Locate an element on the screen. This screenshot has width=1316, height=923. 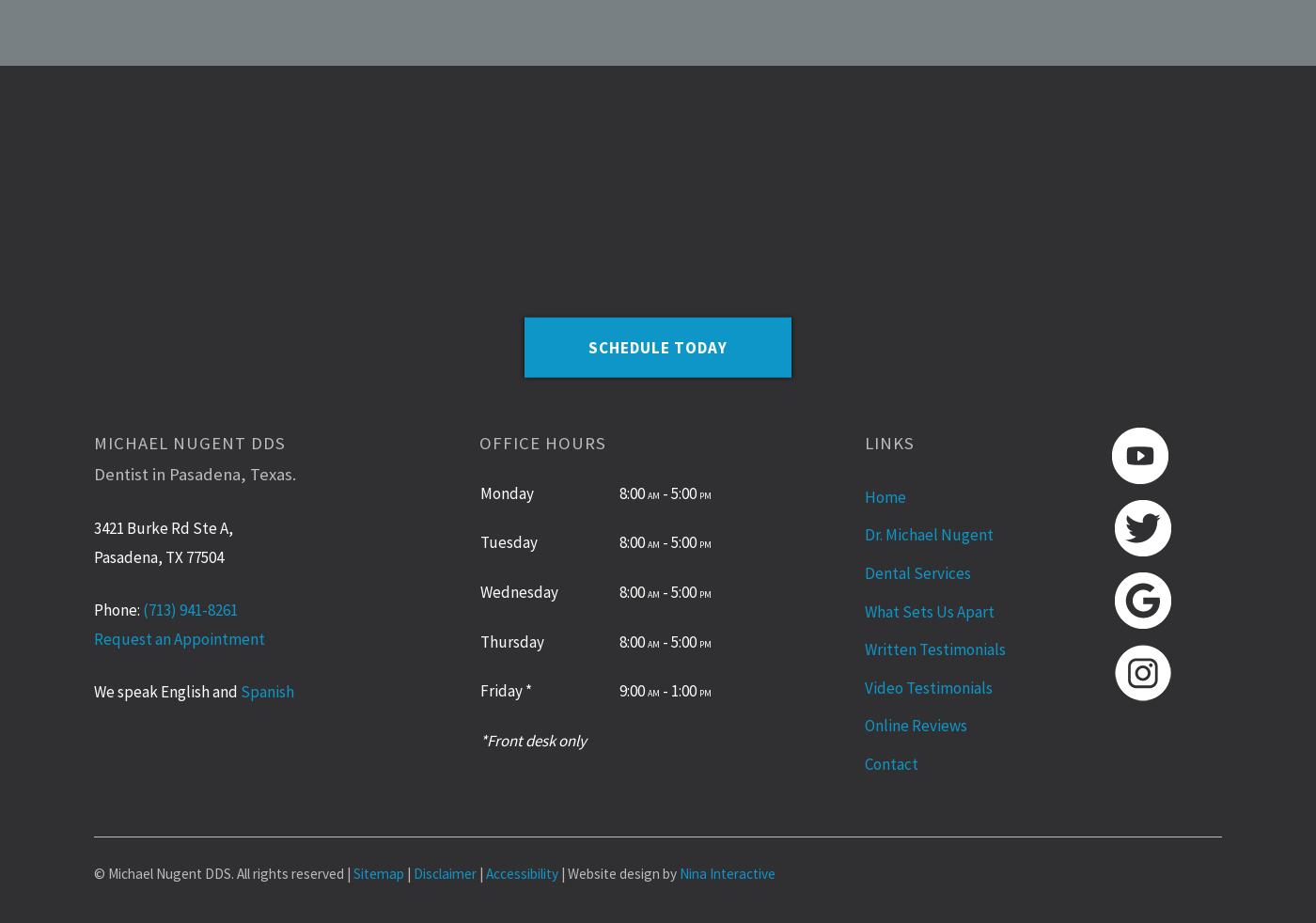
'Dr. Michael Nugent' is located at coordinates (929, 533).